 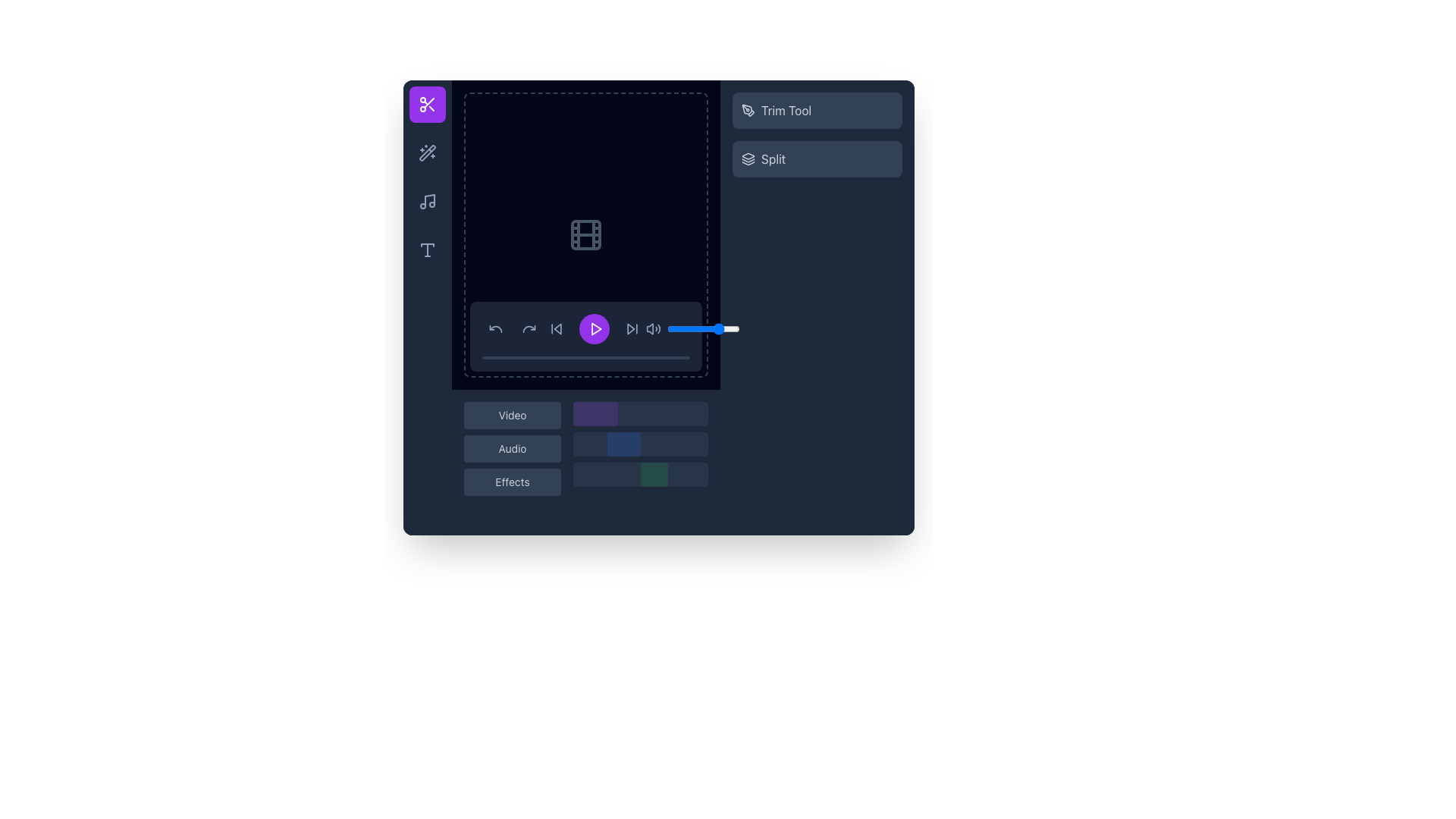 What do you see at coordinates (817, 158) in the screenshot?
I see `the 'Split' button, which is a rectangular button with rounded corners and a dark slate background` at bounding box center [817, 158].